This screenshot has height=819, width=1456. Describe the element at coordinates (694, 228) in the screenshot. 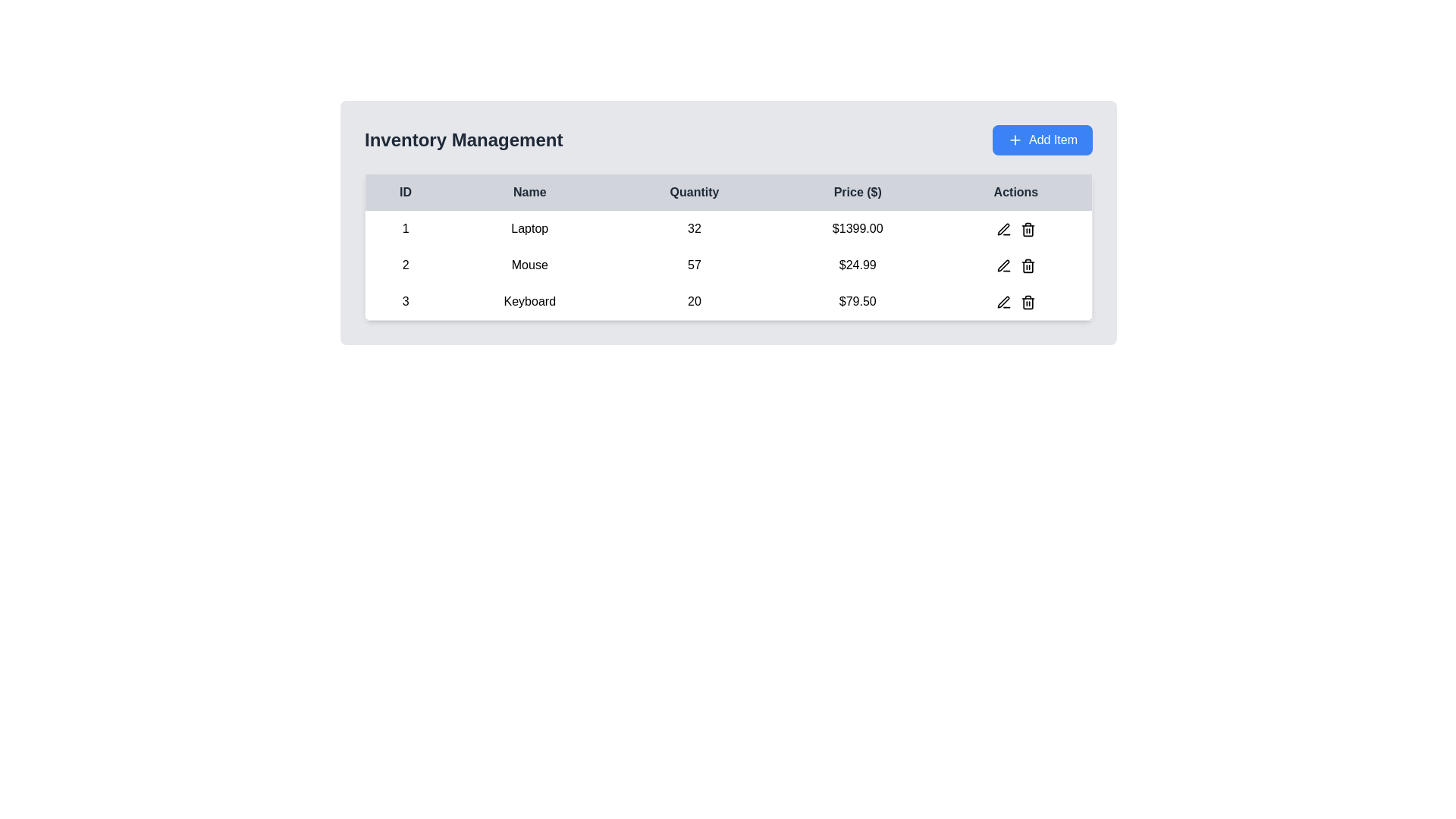

I see `the text label displaying the quantity of 'Laptop' located in the third column of the first row under the 'Quantity' header` at that location.